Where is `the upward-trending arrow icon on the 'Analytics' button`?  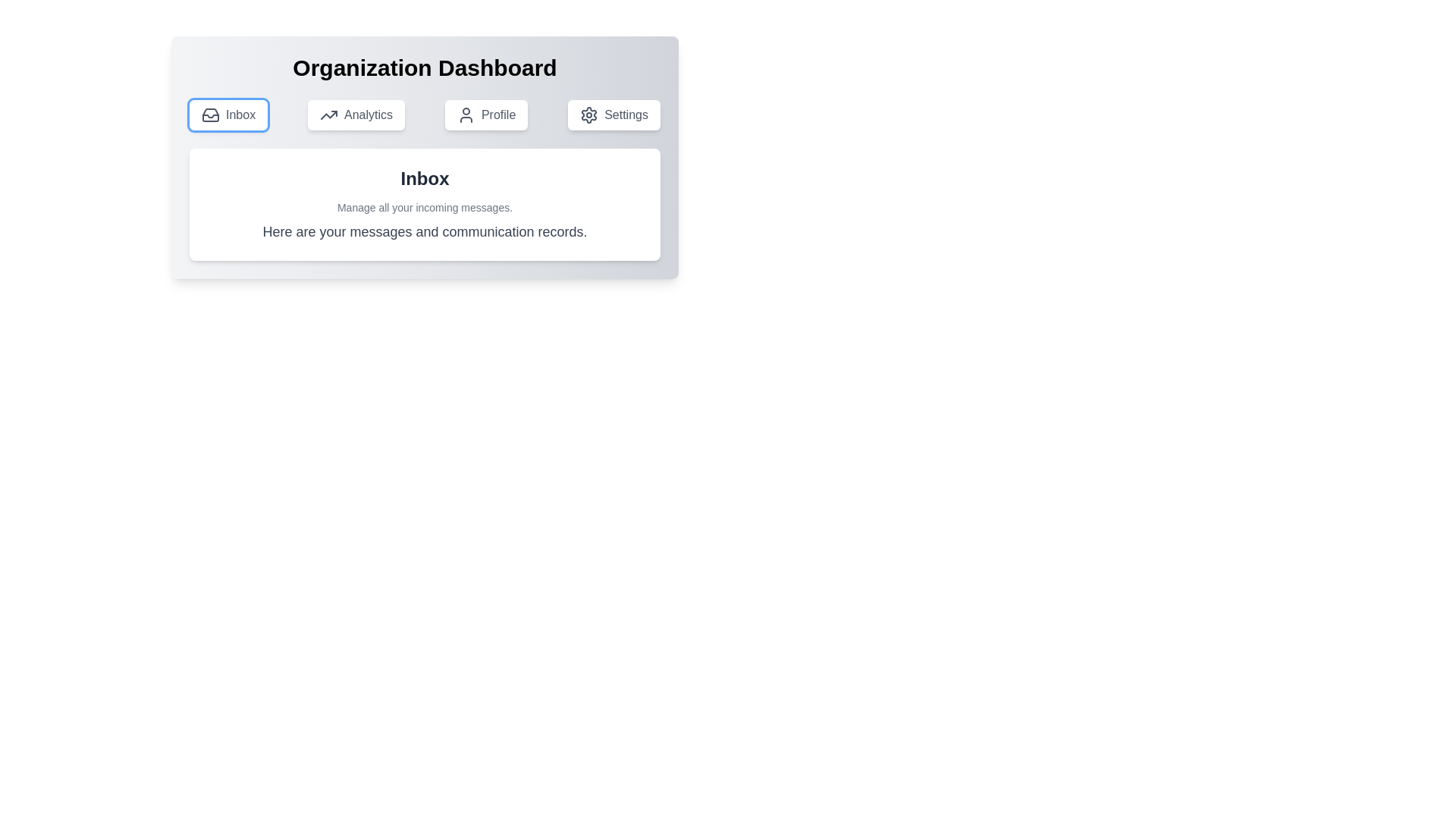
the upward-trending arrow icon on the 'Analytics' button is located at coordinates (328, 114).